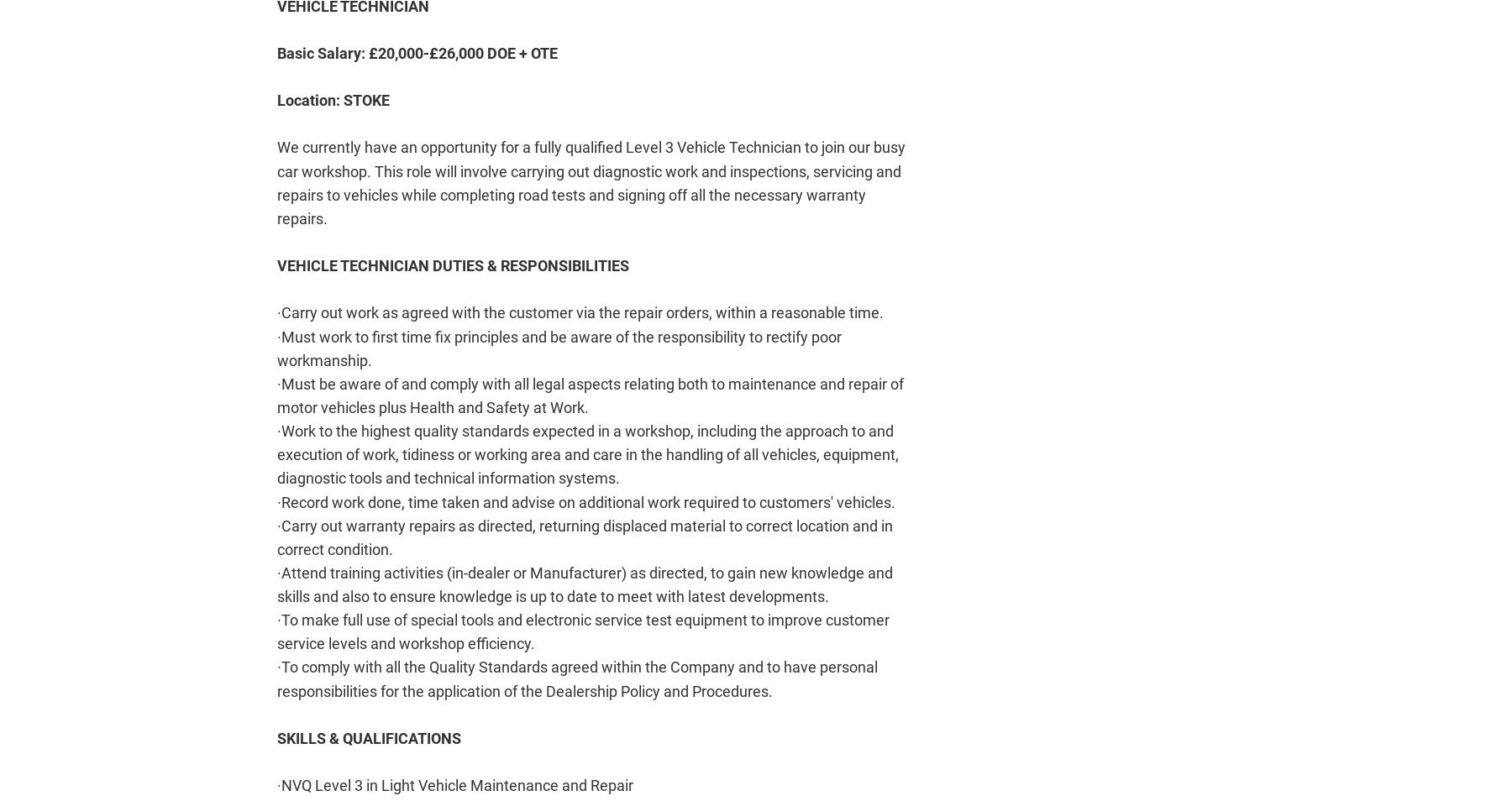  Describe the element at coordinates (416, 51) in the screenshot. I see `'Basic Salary: £20,000-£26,000 DOE + OTE'` at that location.